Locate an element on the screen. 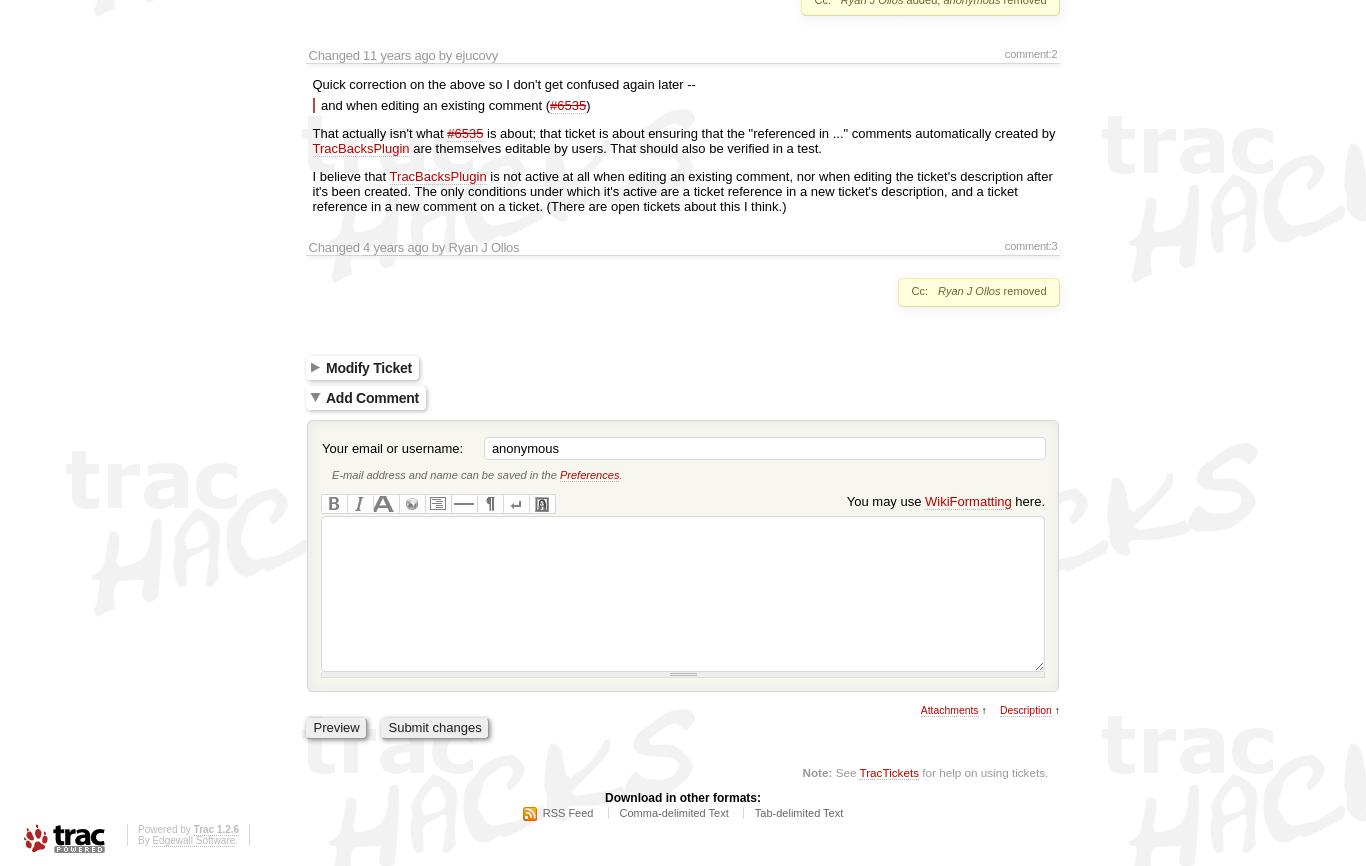 The height and width of the screenshot is (866, 1366). ')' is located at coordinates (585, 104).